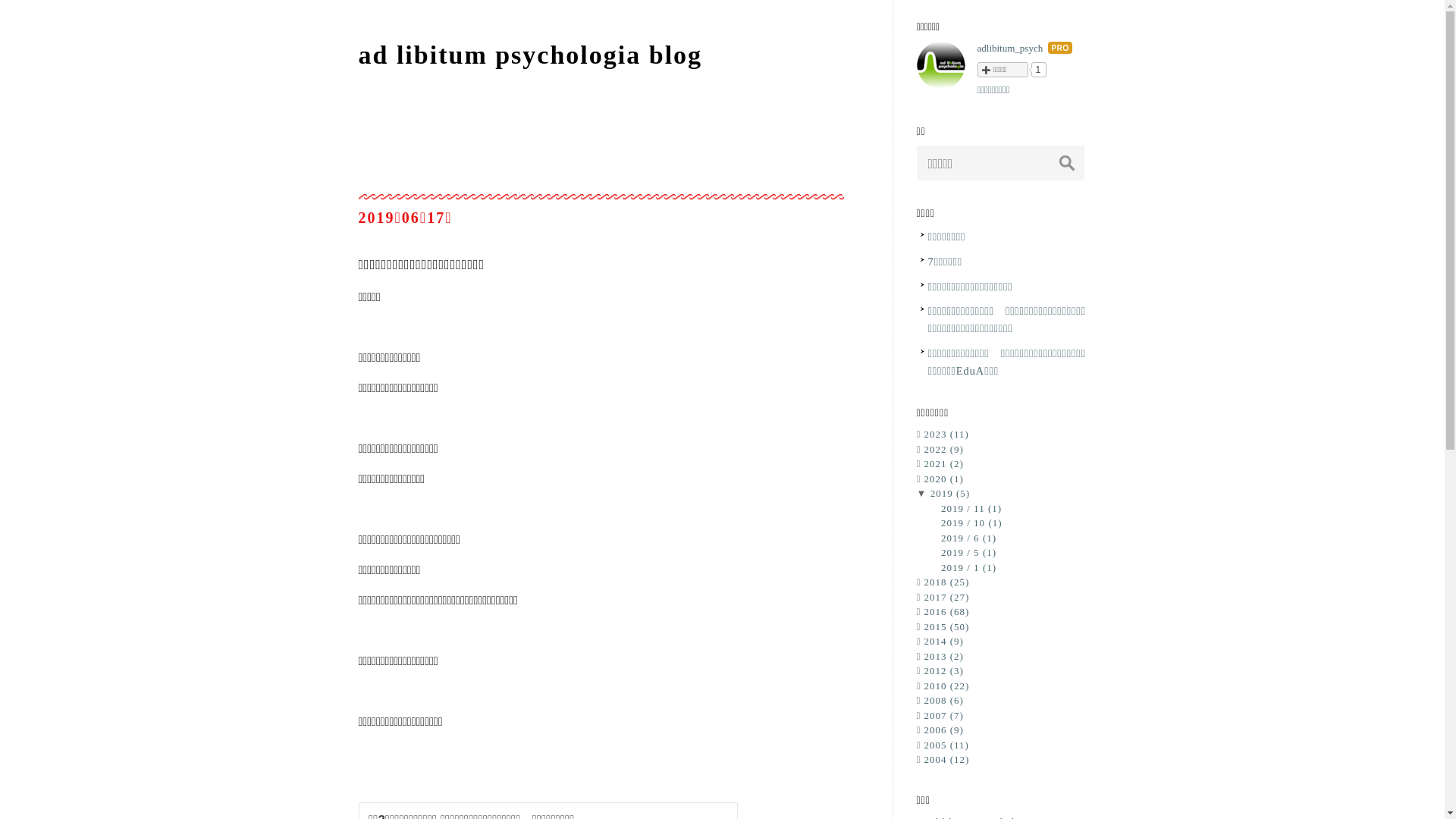 The image size is (1456, 819). What do you see at coordinates (946, 759) in the screenshot?
I see `'2004 (12)'` at bounding box center [946, 759].